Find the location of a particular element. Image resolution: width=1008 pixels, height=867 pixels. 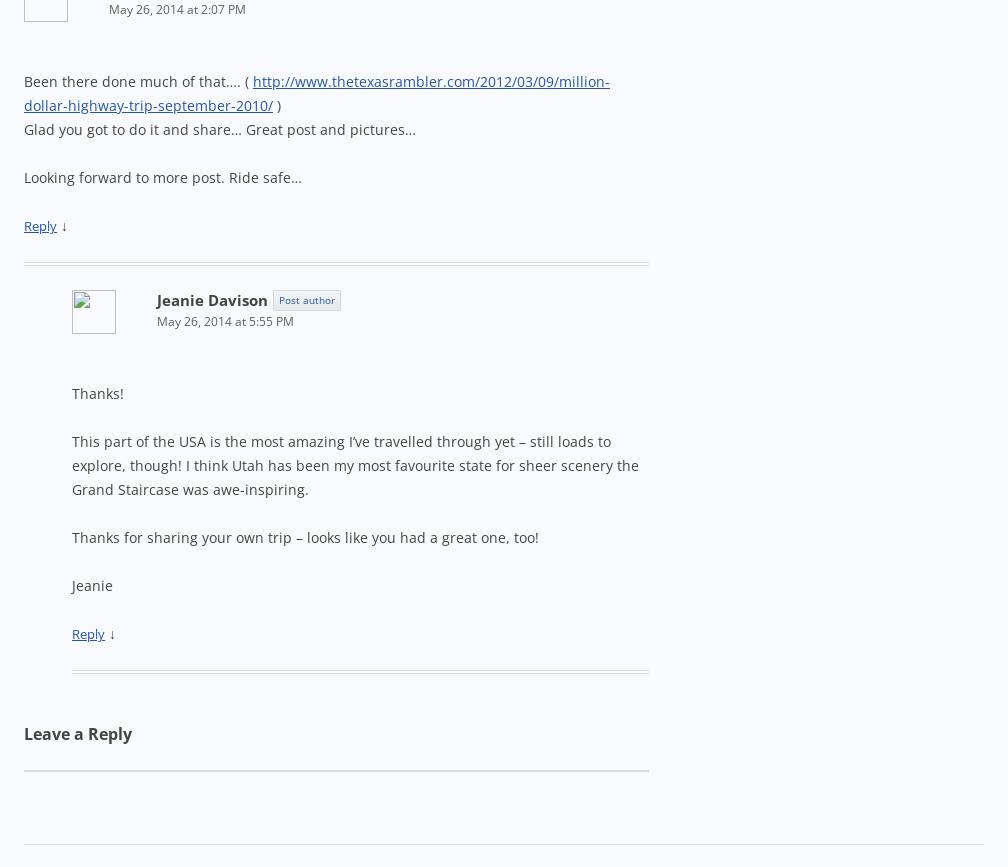

'Leave a Reply' is located at coordinates (78, 733).